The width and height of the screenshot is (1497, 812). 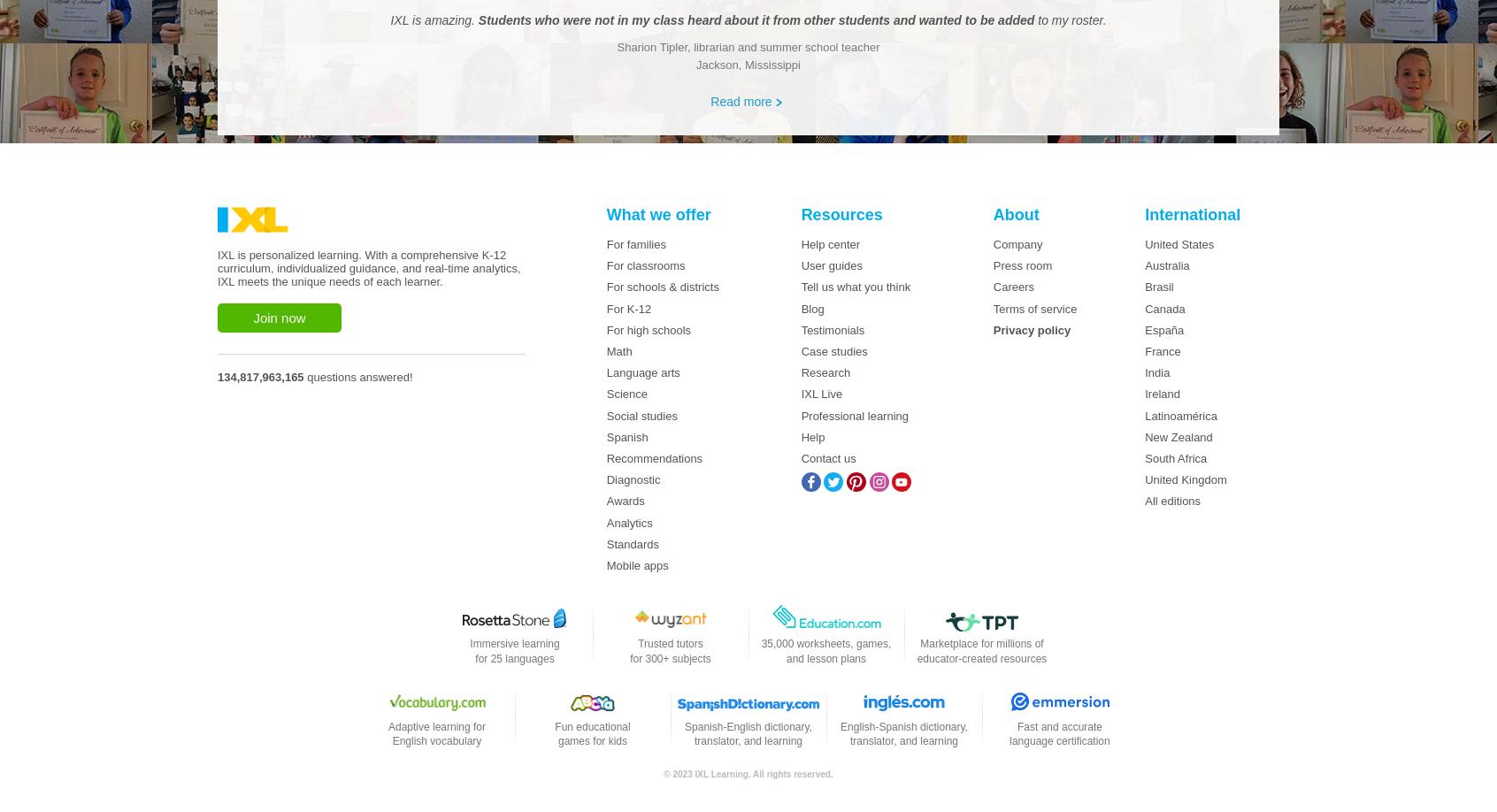 What do you see at coordinates (647, 329) in the screenshot?
I see `'For high schools'` at bounding box center [647, 329].